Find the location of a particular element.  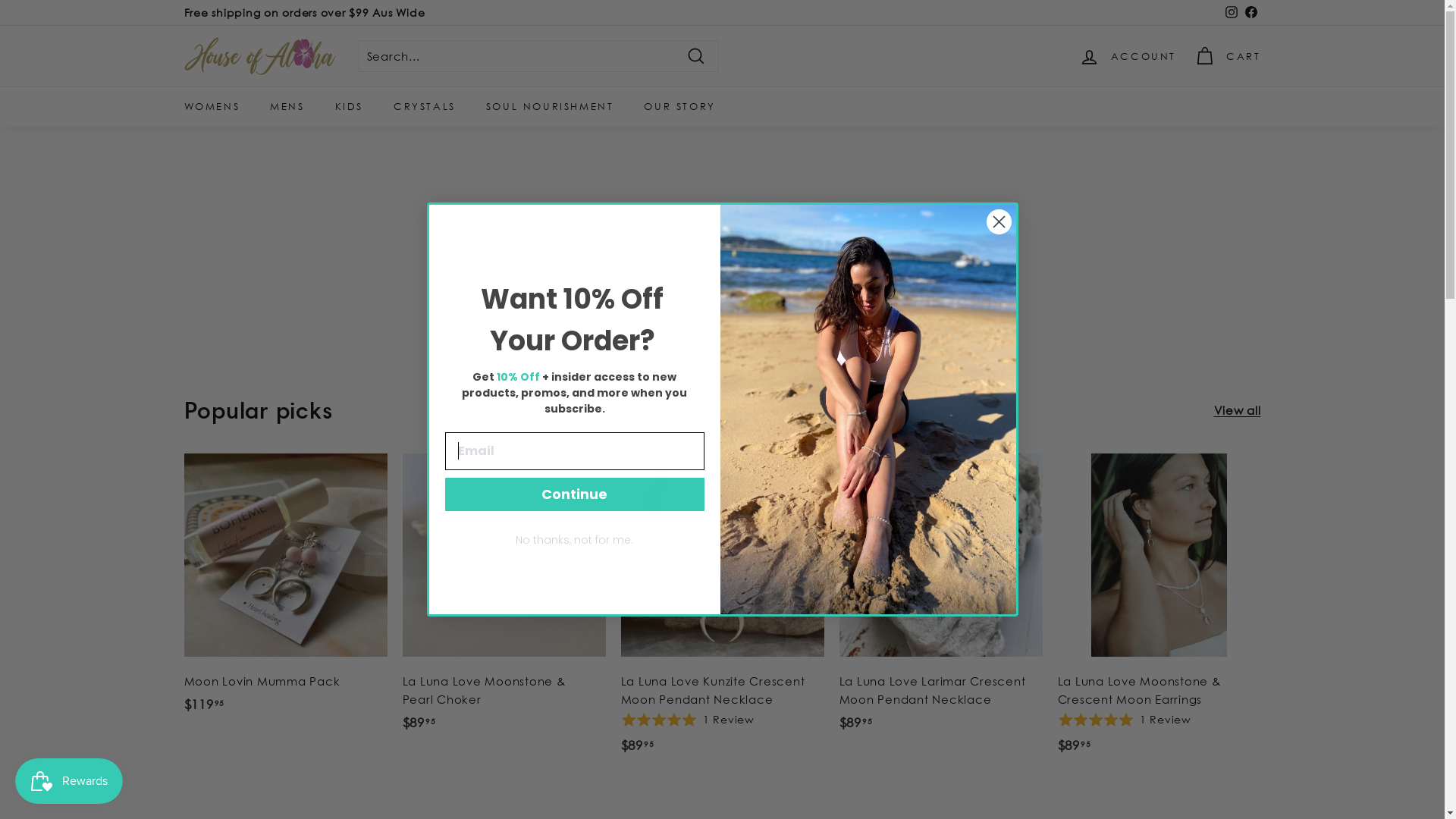

'OUR STORY' is located at coordinates (679, 105).